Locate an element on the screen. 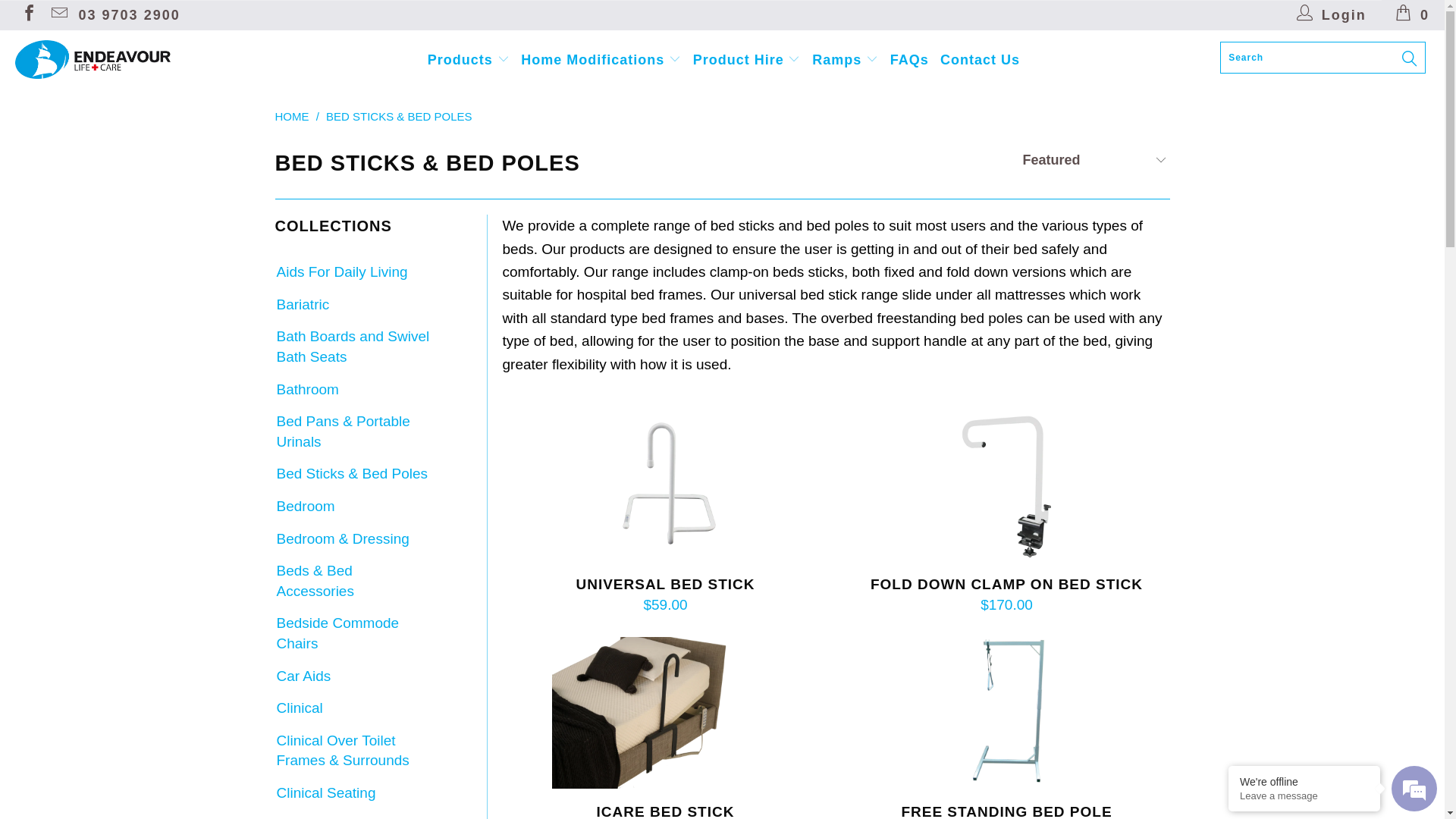 The image size is (1456, 819). 'Bedroom' is located at coordinates (303, 507).